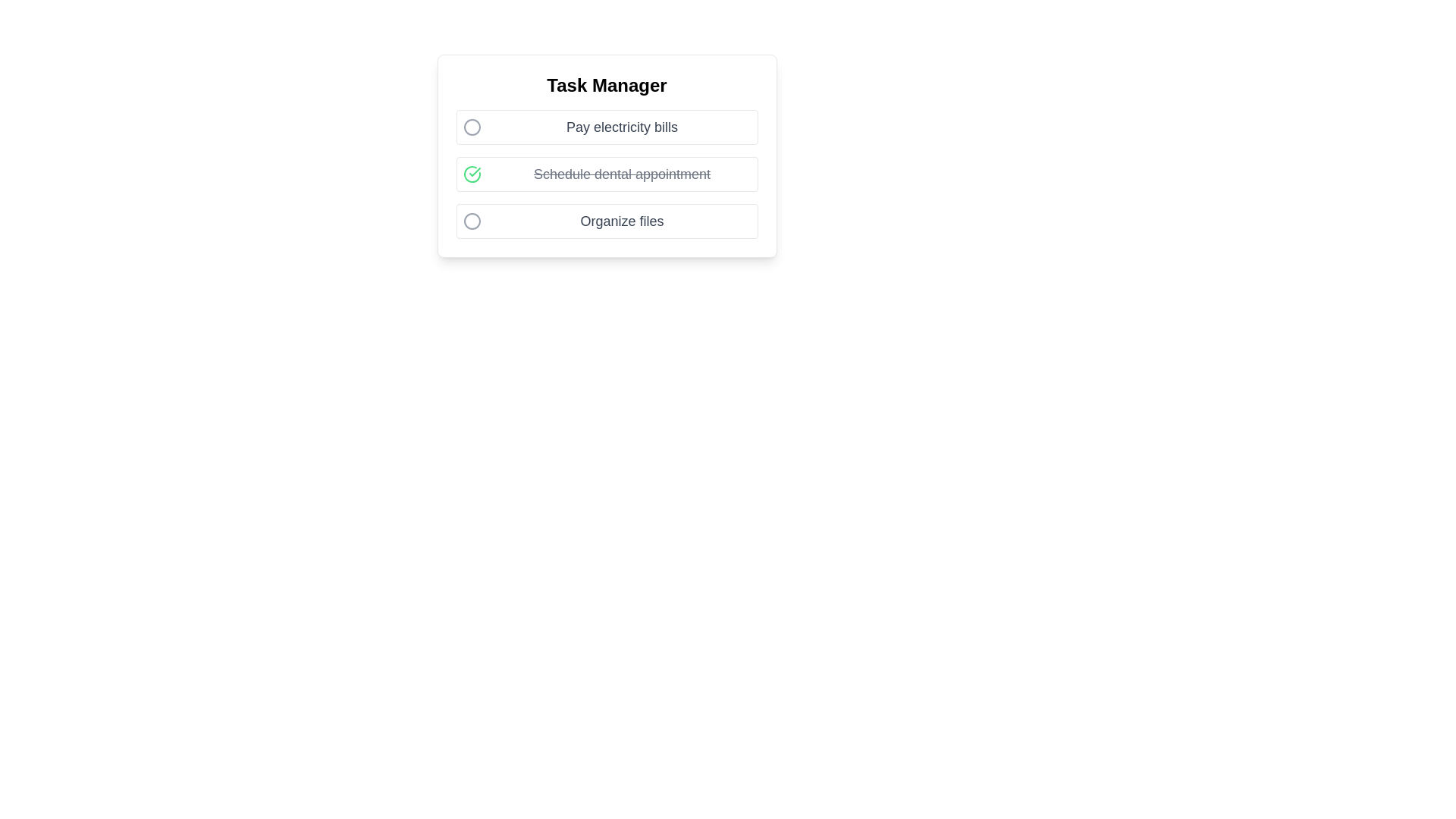 Image resolution: width=1456 pixels, height=819 pixels. I want to click on the text label displaying 'Schedule dental appointment' with a strikethrough effect, indicating a completed task in the Task Manager, so click(622, 174).